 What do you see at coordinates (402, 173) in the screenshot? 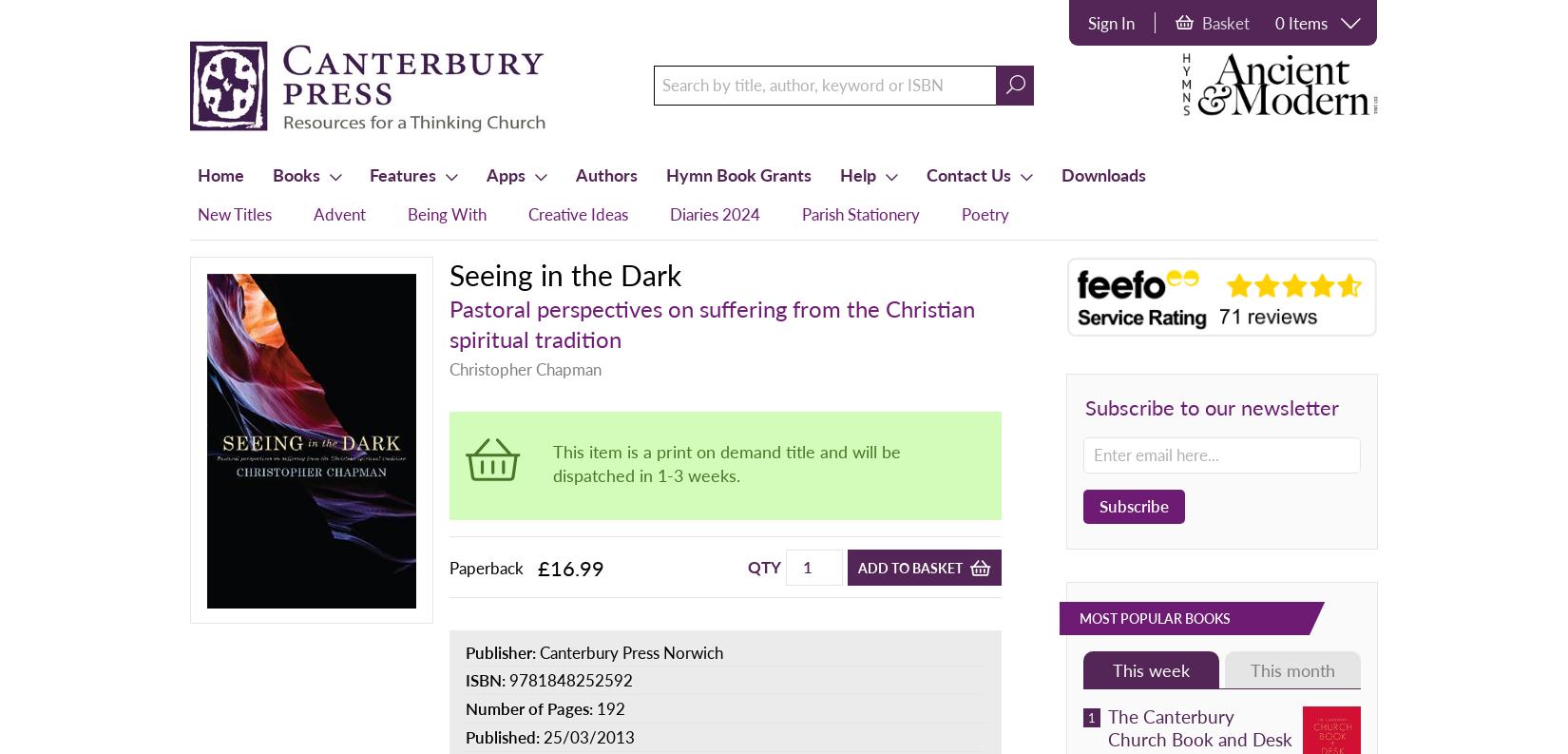
I see `'Features'` at bounding box center [402, 173].